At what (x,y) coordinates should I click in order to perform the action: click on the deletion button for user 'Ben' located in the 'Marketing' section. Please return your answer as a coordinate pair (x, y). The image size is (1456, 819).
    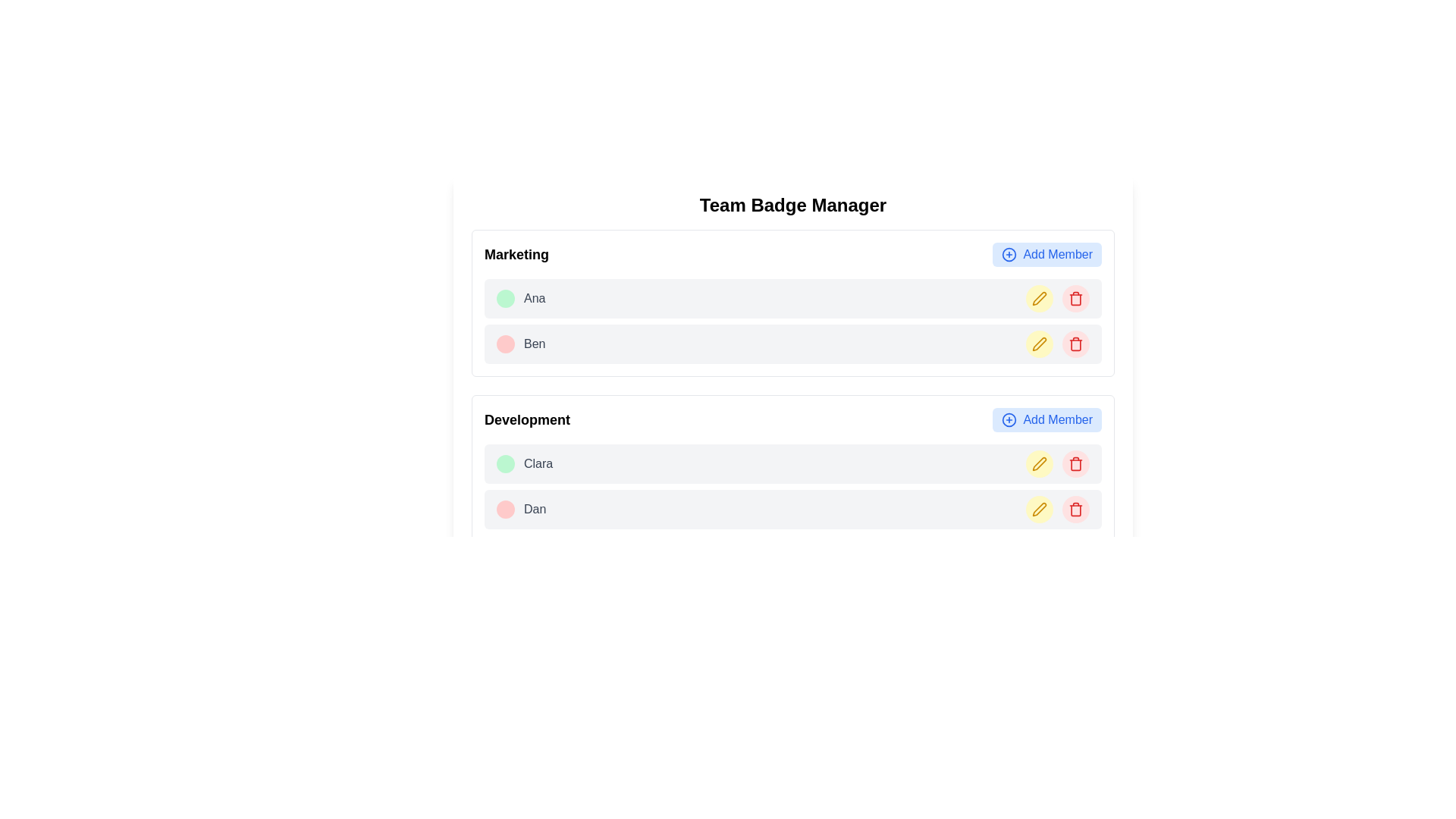
    Looking at the image, I should click on (1075, 344).